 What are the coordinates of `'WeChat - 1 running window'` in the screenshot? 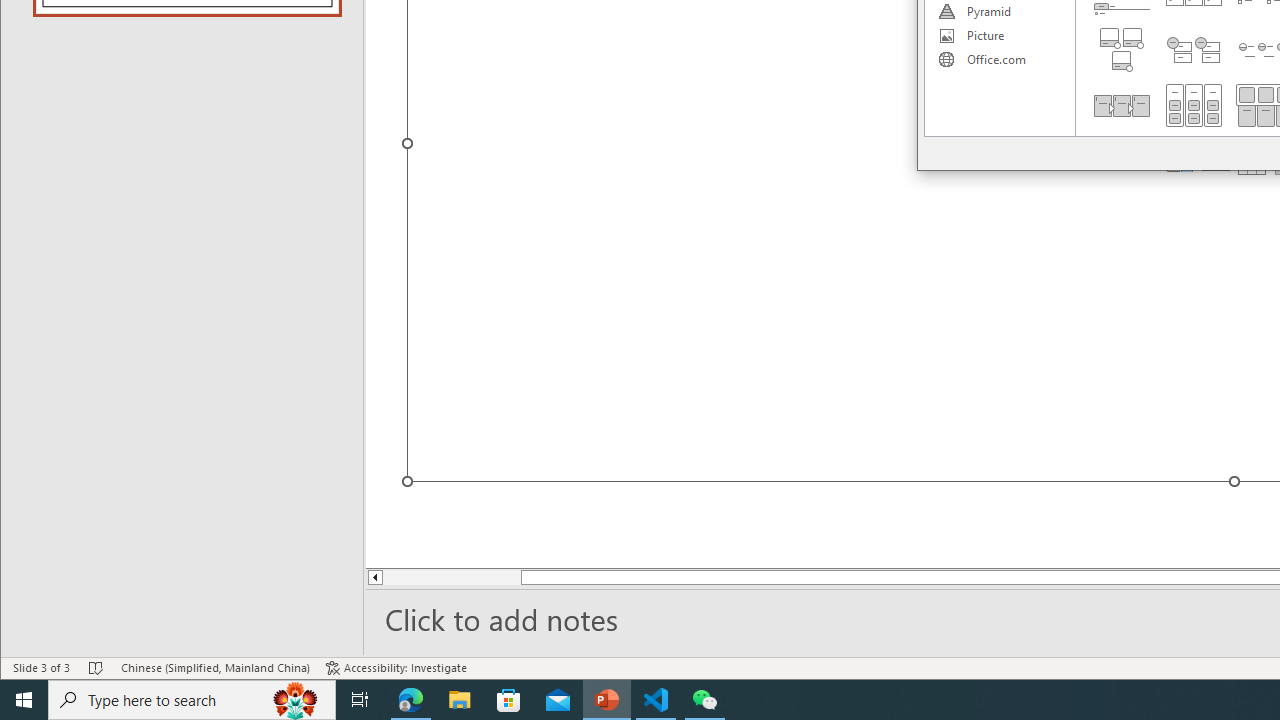 It's located at (705, 698).